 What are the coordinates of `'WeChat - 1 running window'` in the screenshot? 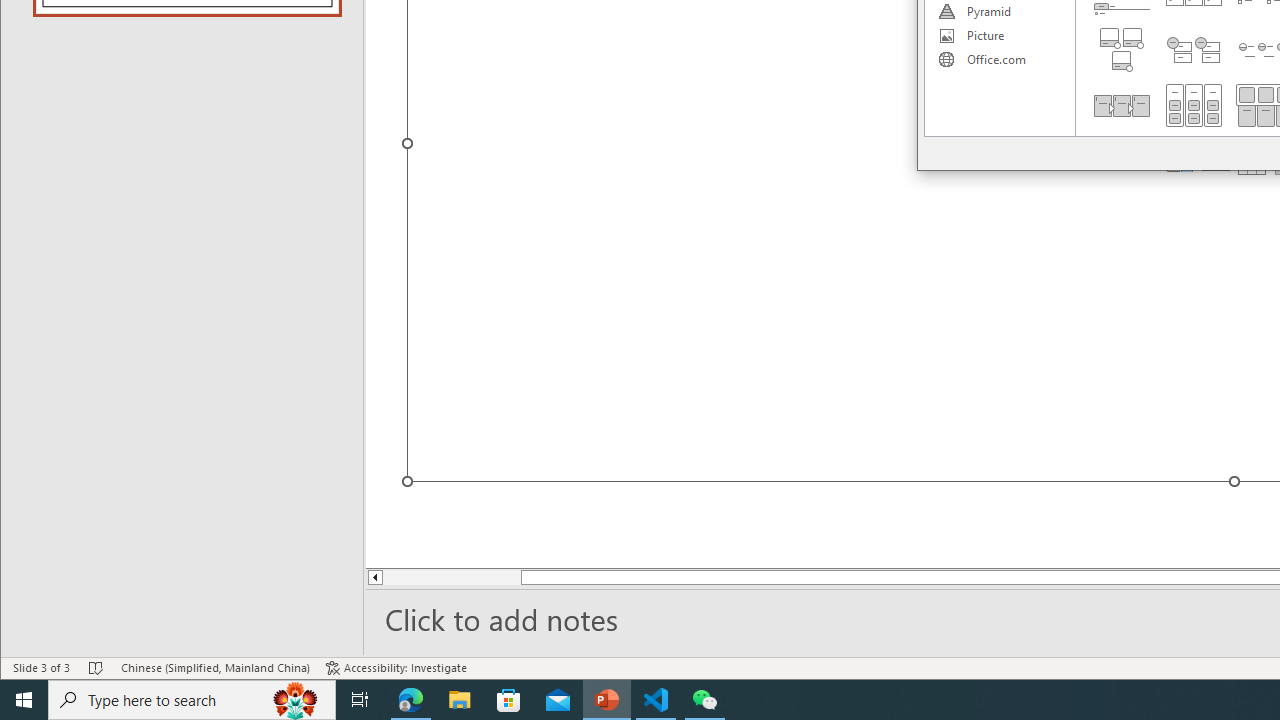 It's located at (705, 698).